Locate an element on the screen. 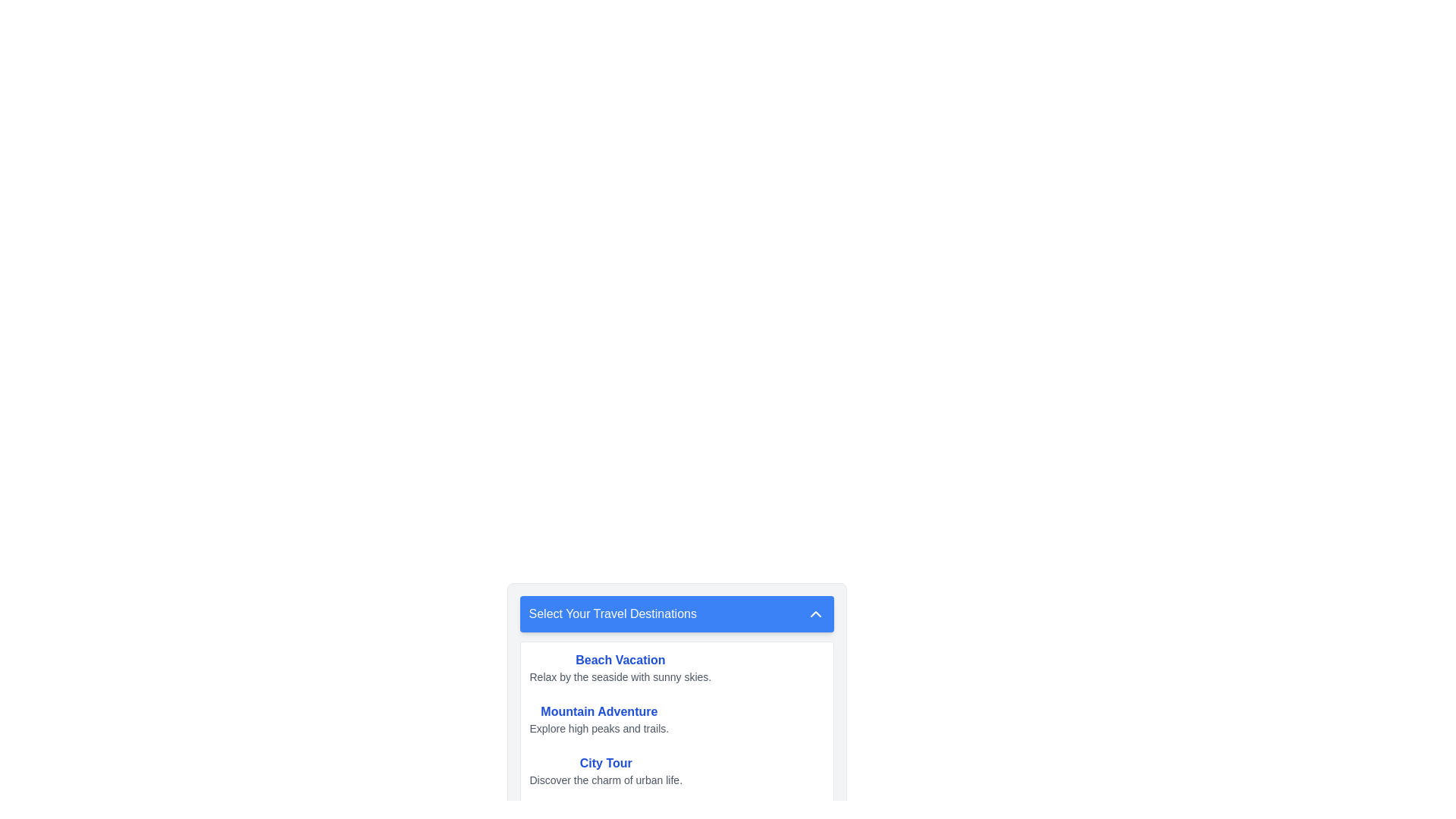  the text block titled 'Beach Vacation' which contains the subtitle 'Relax by the seaside with sunny skies.' located below the header 'Select Your Travel Destinations' is located at coordinates (620, 667).